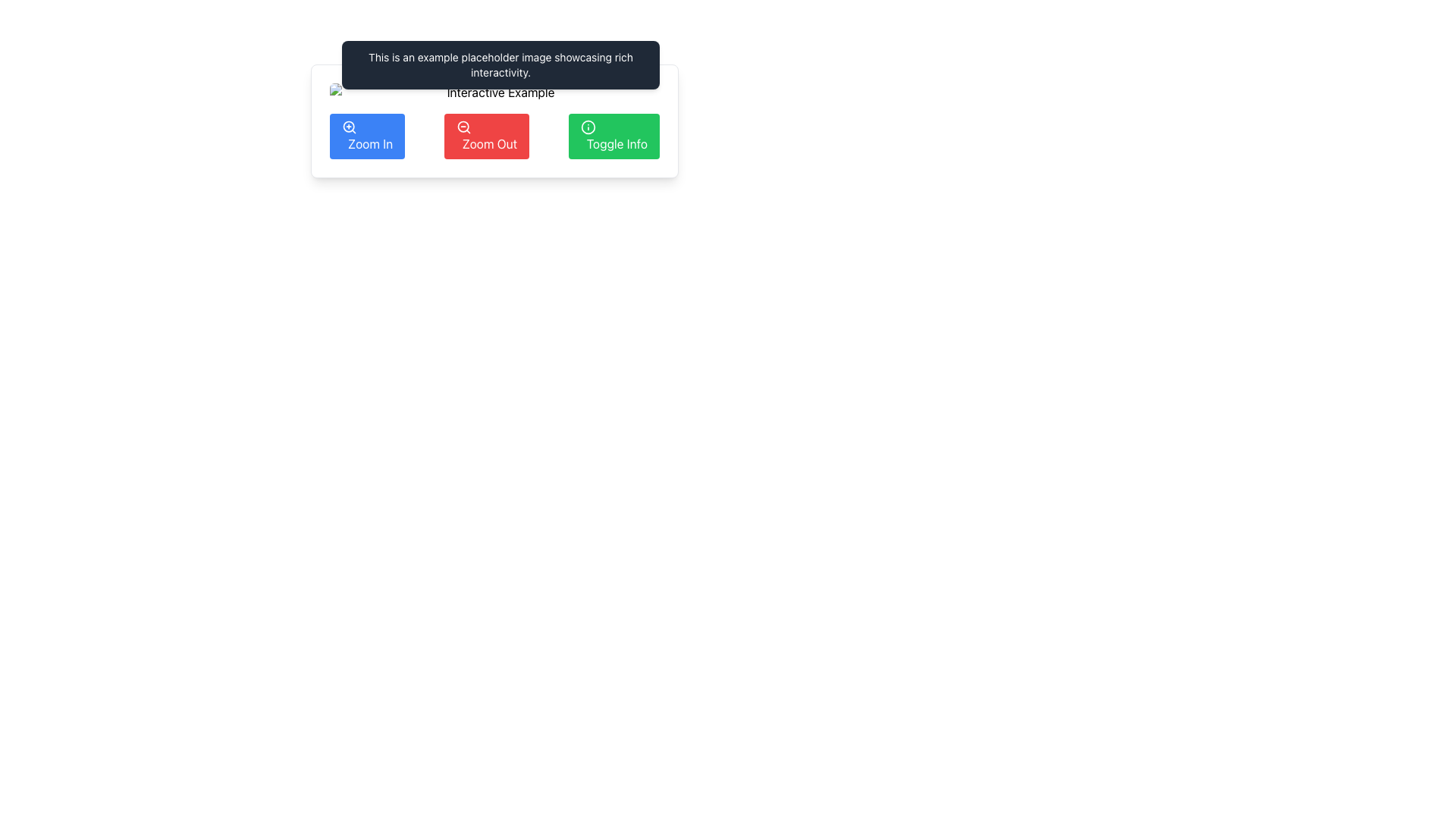  I want to click on the zoom-in button located to the left of the 'Zoom Out' button, so click(367, 136).